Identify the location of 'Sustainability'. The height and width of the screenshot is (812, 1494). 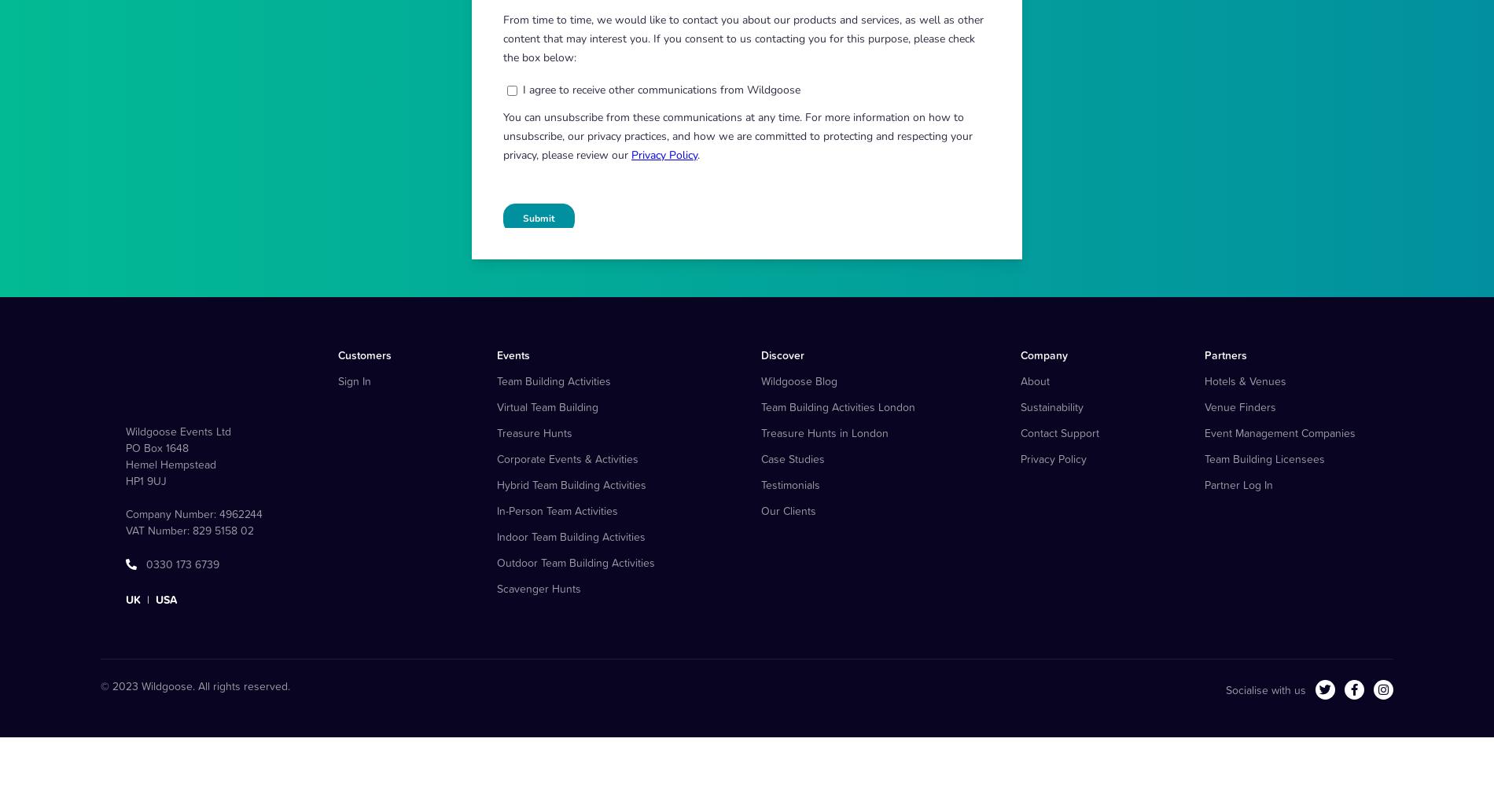
(1051, 483).